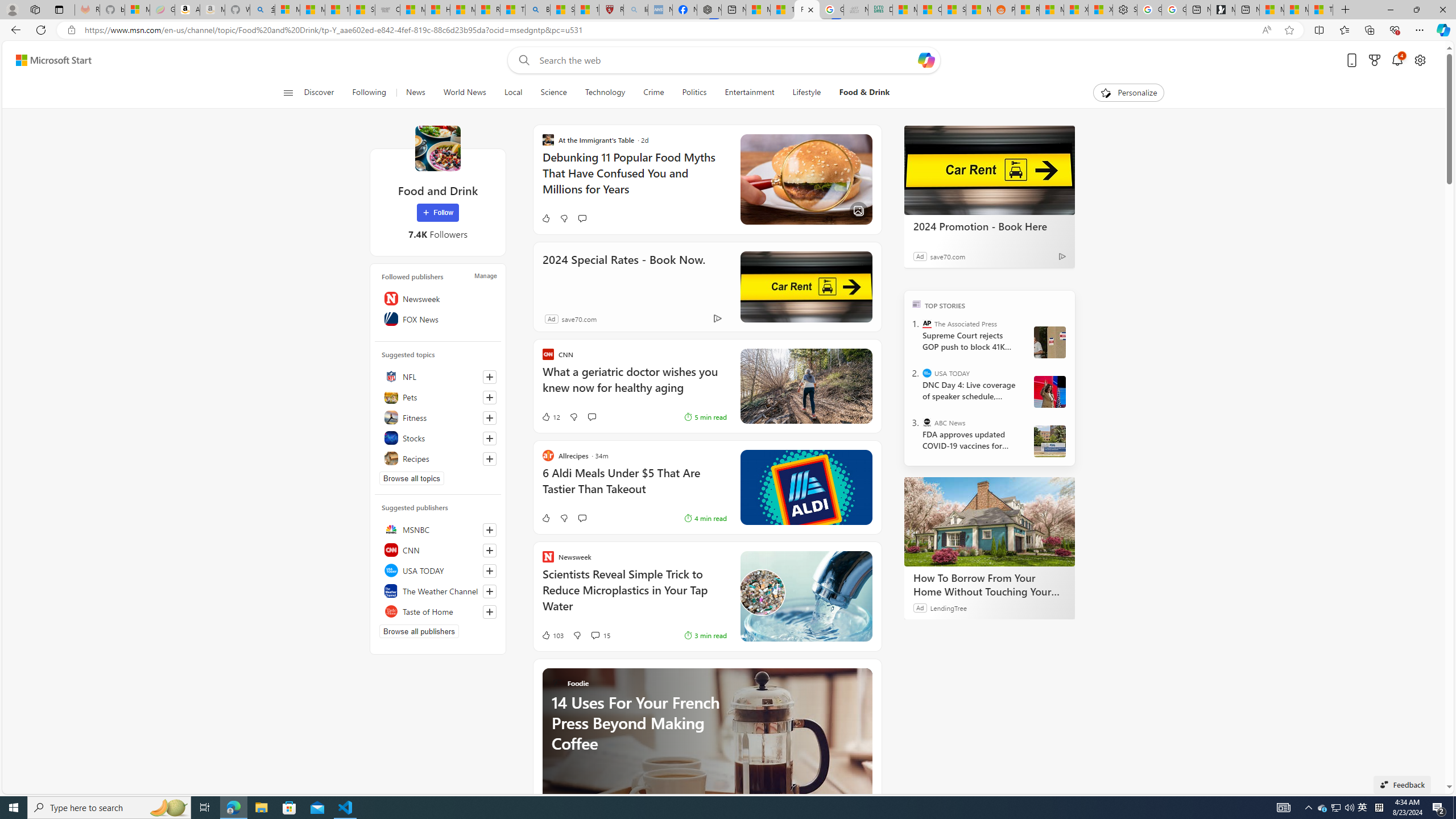  Describe the element at coordinates (438, 377) in the screenshot. I see `'NFL'` at that location.